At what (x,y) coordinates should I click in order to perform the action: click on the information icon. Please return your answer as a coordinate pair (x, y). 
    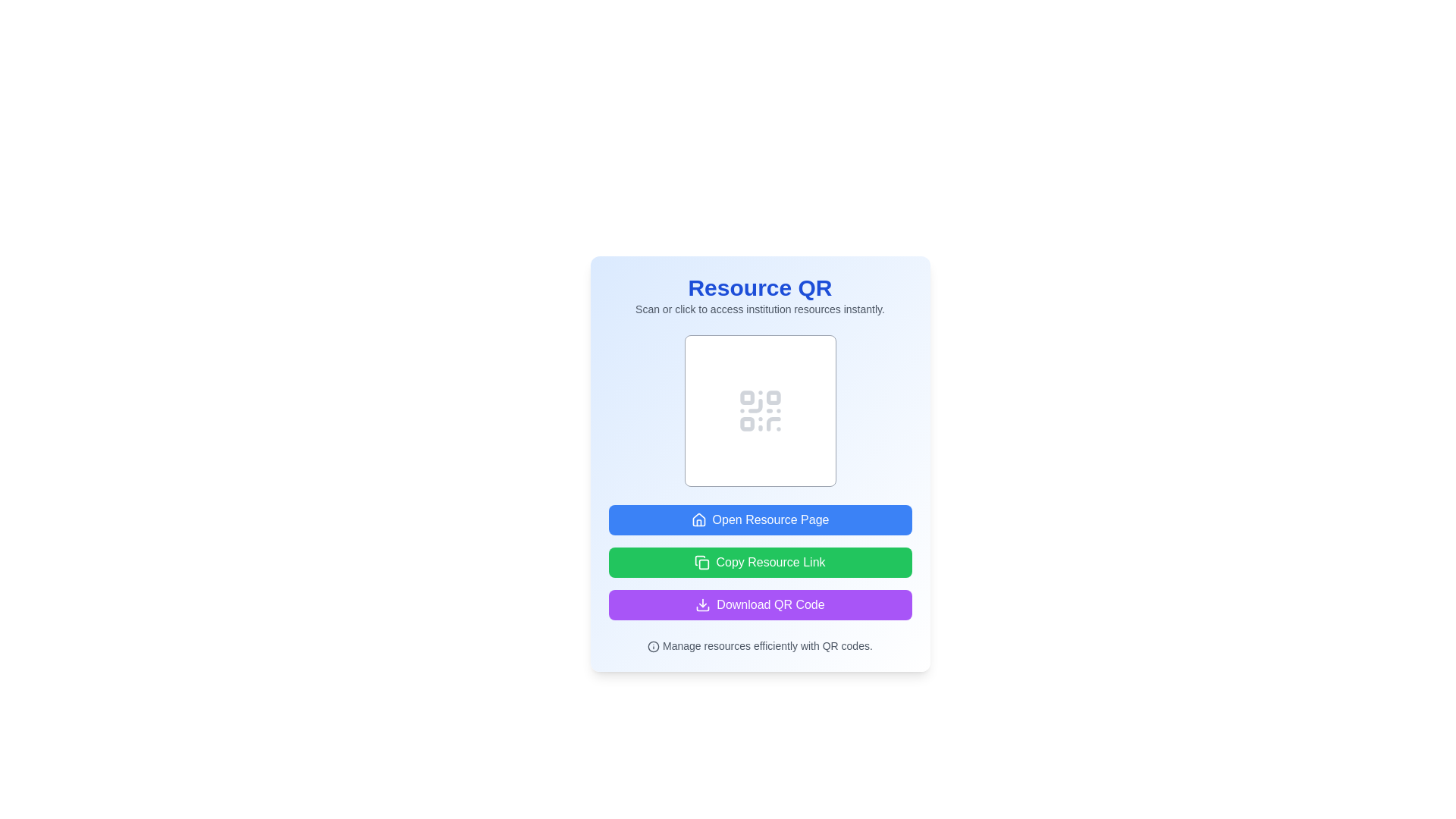
    Looking at the image, I should click on (654, 647).